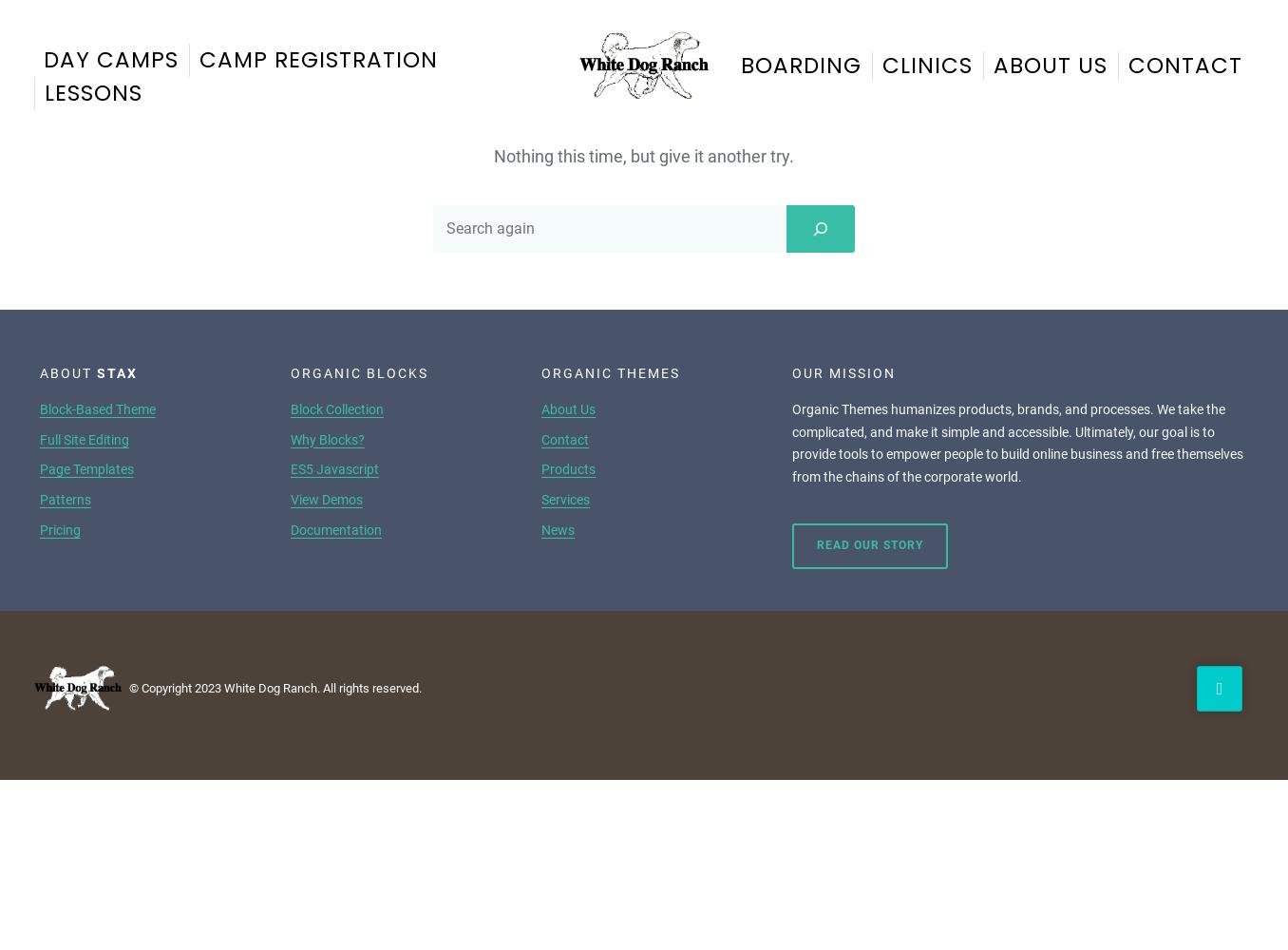 The height and width of the screenshot is (950, 1288). What do you see at coordinates (540, 499) in the screenshot?
I see `'Services'` at bounding box center [540, 499].